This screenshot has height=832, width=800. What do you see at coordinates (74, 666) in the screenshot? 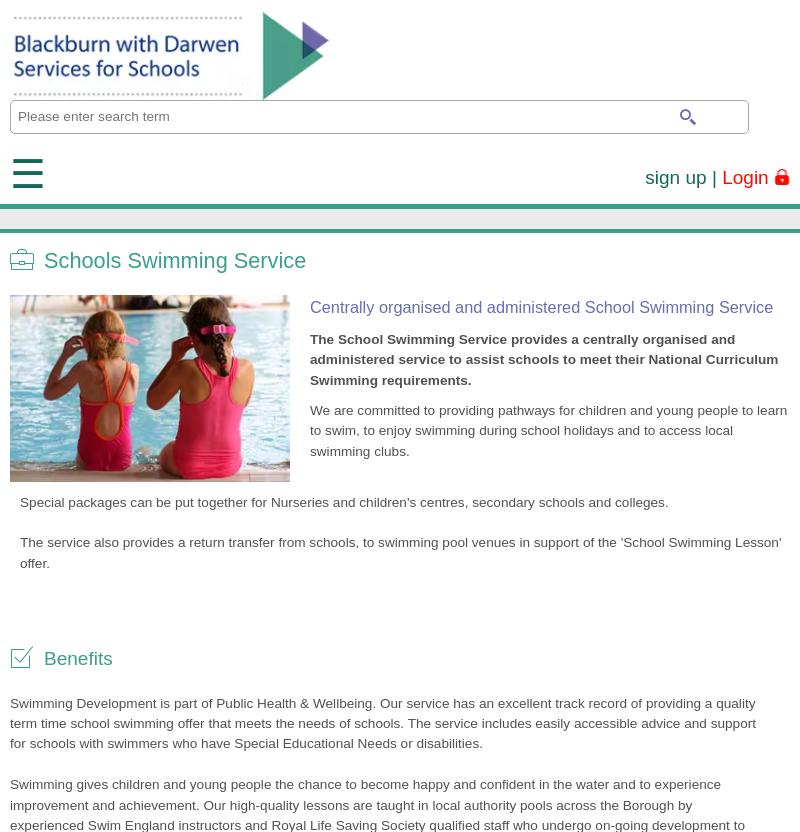
I see `'Please contact us'` at bounding box center [74, 666].